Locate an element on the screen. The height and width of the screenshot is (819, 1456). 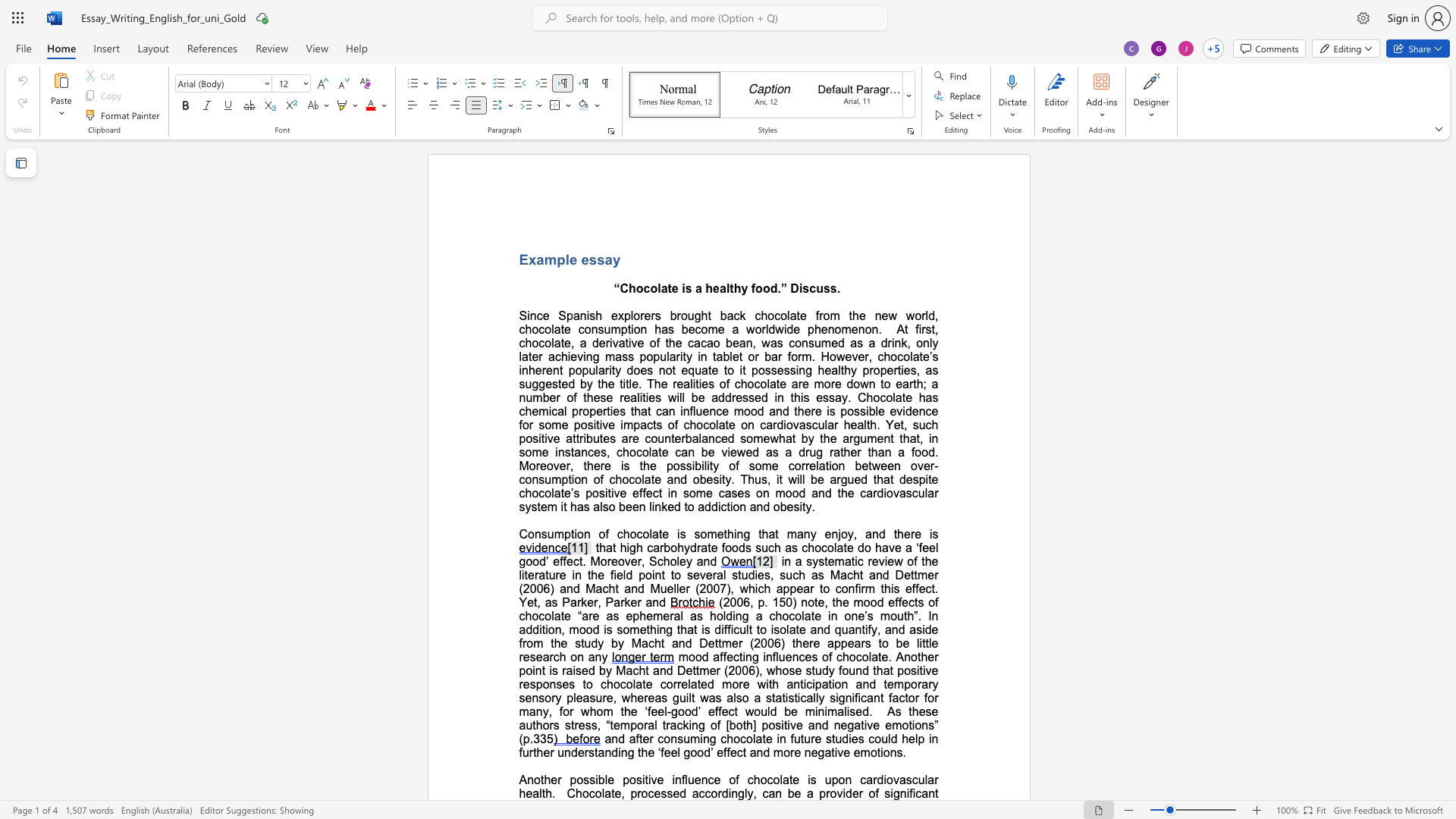
the space between the continuous character "d" and "." in the text is located at coordinates (777, 288).